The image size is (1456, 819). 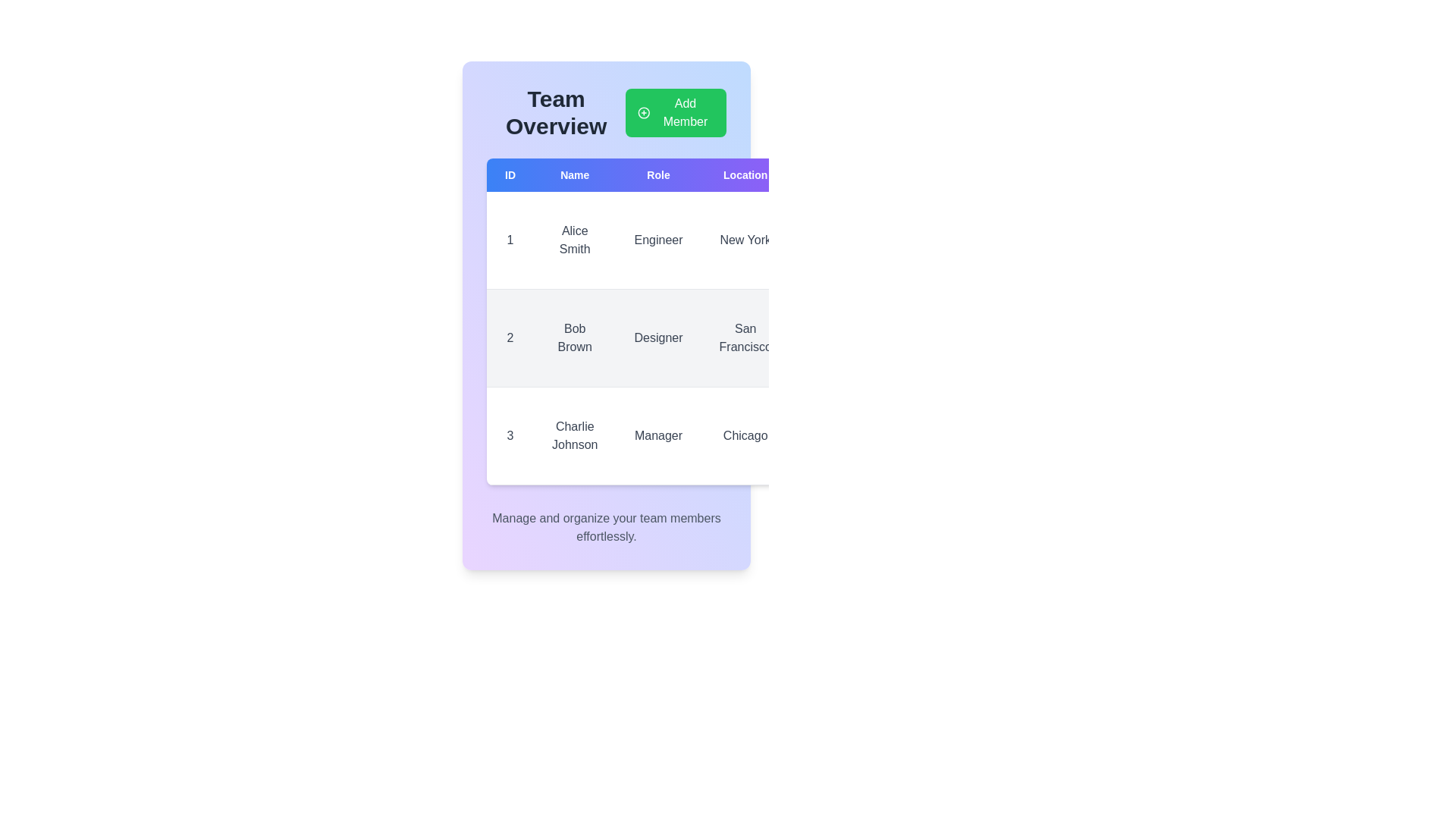 I want to click on the text component displaying the number '1', which is located in the first row and first column of a table, styled with centered alignment and gray tone, so click(x=510, y=239).